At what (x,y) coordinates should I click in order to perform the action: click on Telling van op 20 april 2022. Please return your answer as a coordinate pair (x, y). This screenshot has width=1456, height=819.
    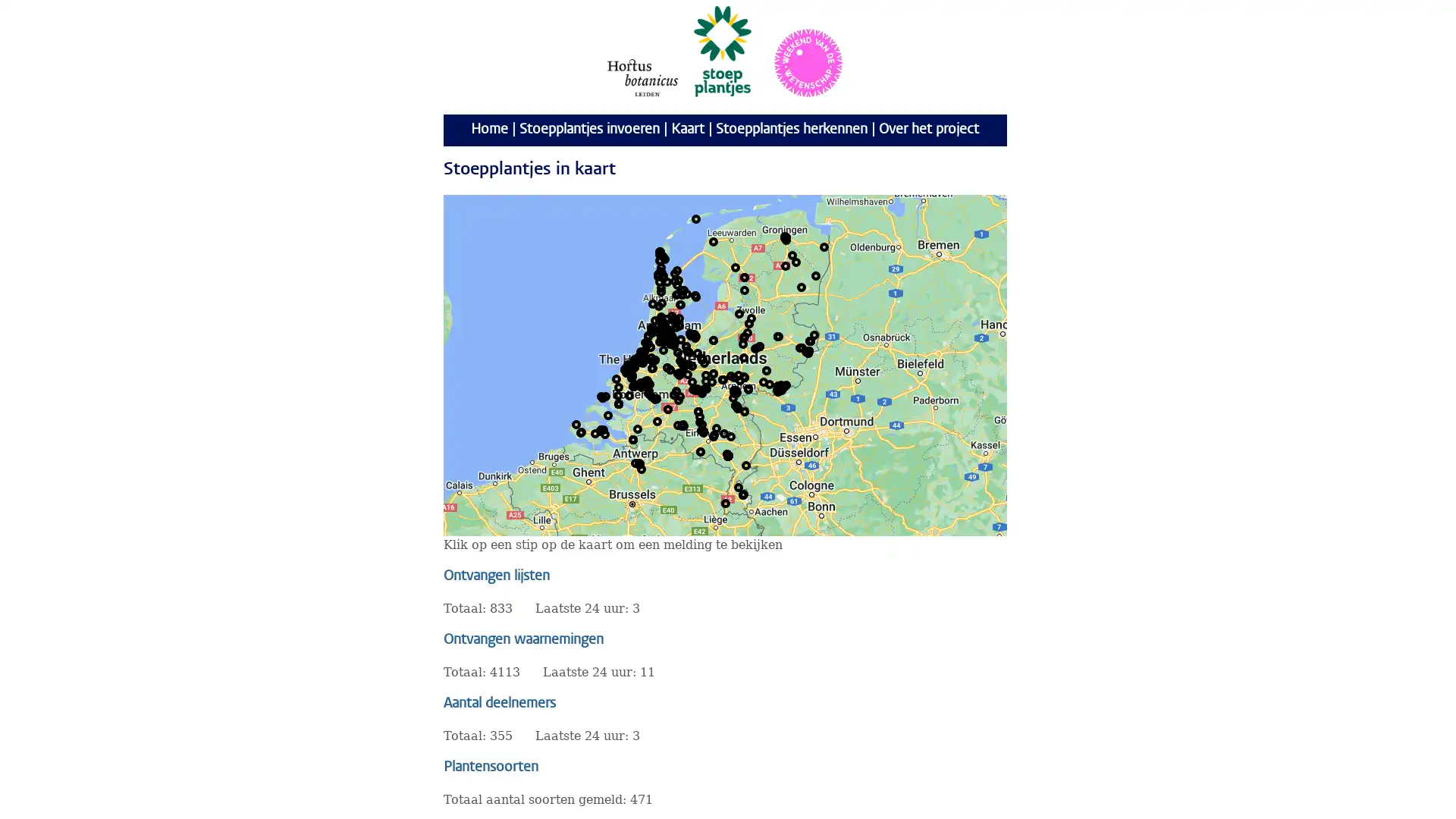
    Looking at the image, I should click on (644, 359).